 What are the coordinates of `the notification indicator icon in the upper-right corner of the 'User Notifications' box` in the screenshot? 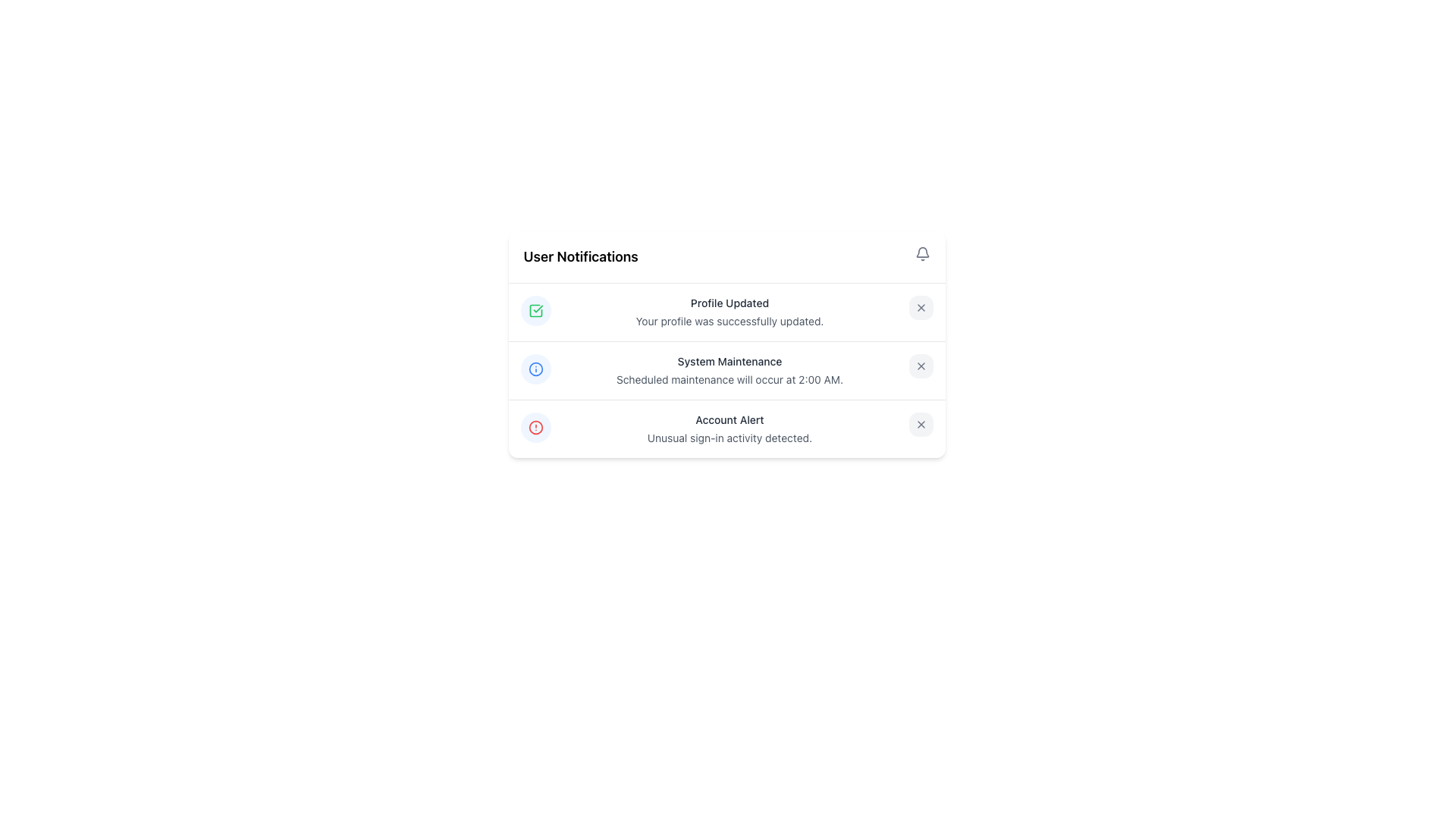 It's located at (921, 253).